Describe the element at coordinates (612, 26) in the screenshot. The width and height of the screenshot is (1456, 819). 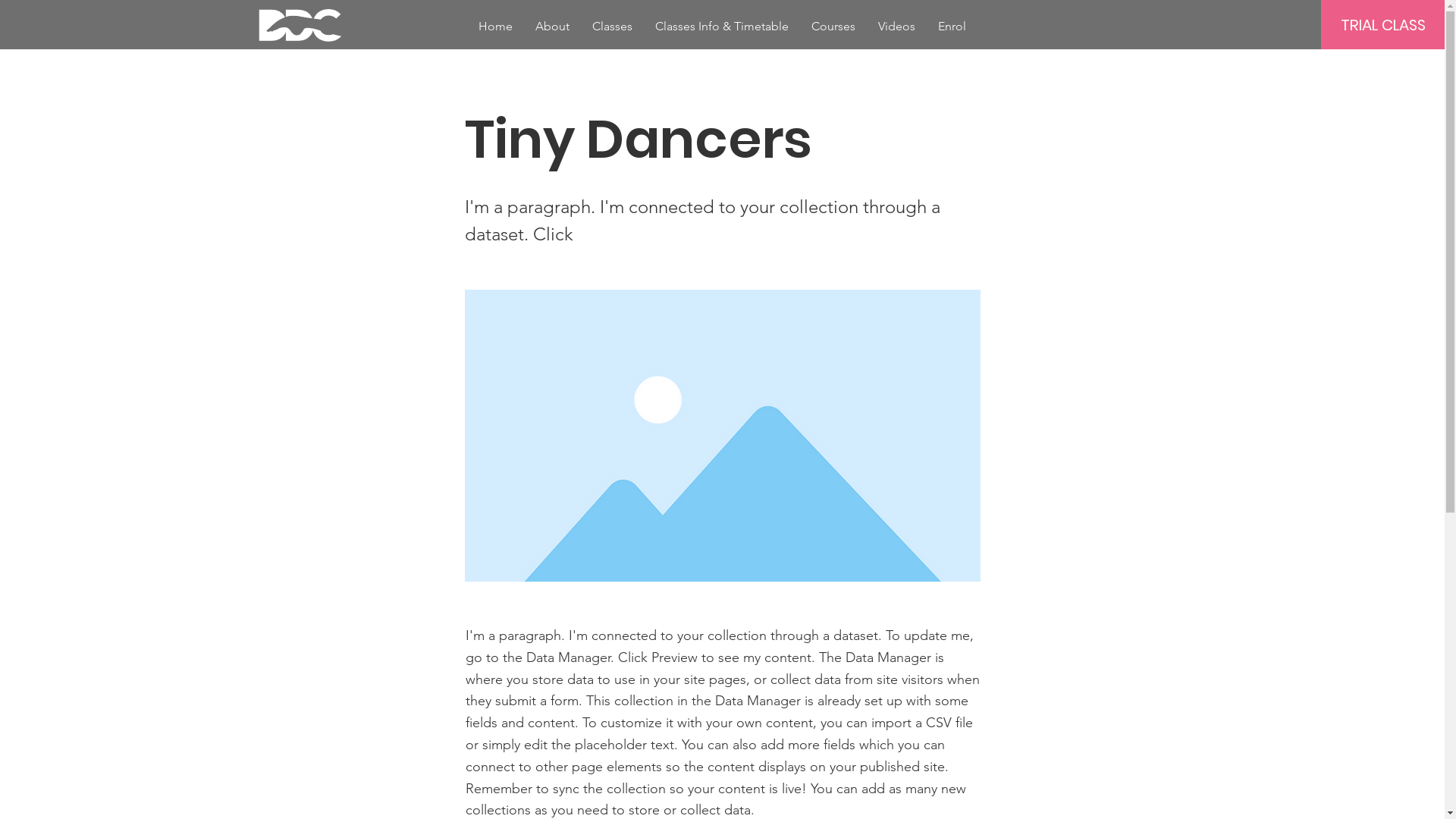
I see `'Classes'` at that location.